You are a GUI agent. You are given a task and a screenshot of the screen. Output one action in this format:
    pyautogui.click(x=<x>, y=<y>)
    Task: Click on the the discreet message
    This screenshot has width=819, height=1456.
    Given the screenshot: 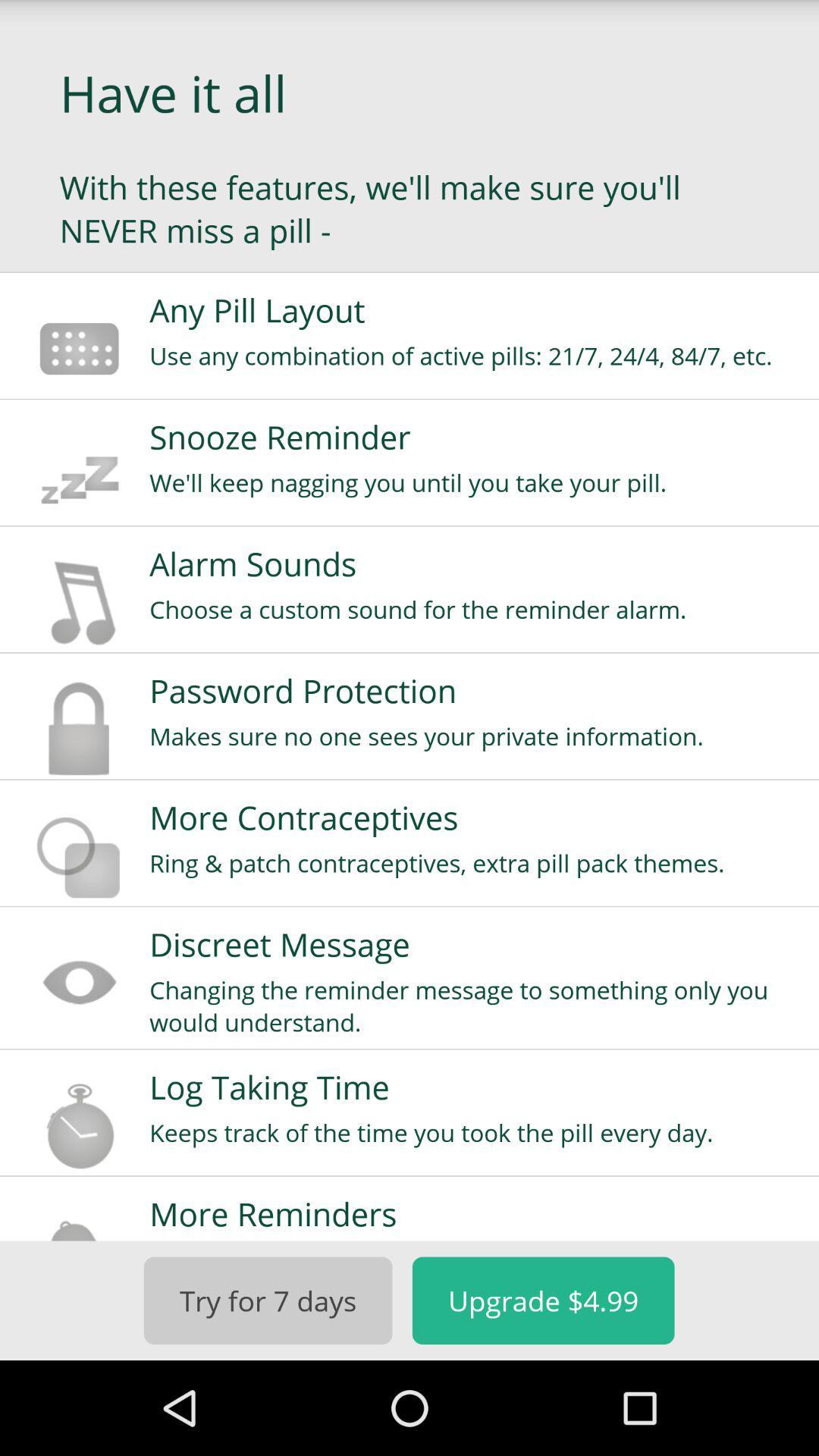 What is the action you would take?
    pyautogui.click(x=473, y=943)
    